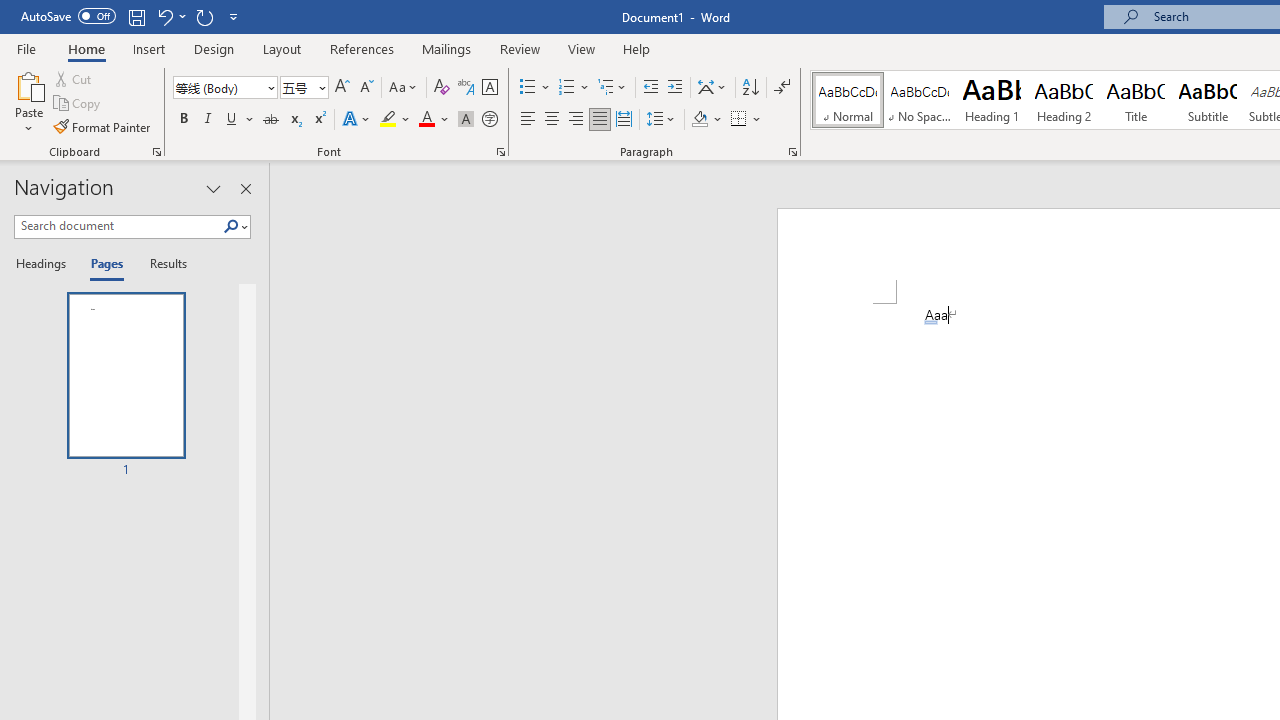 The image size is (1280, 720). What do you see at coordinates (208, 119) in the screenshot?
I see `'Italic'` at bounding box center [208, 119].